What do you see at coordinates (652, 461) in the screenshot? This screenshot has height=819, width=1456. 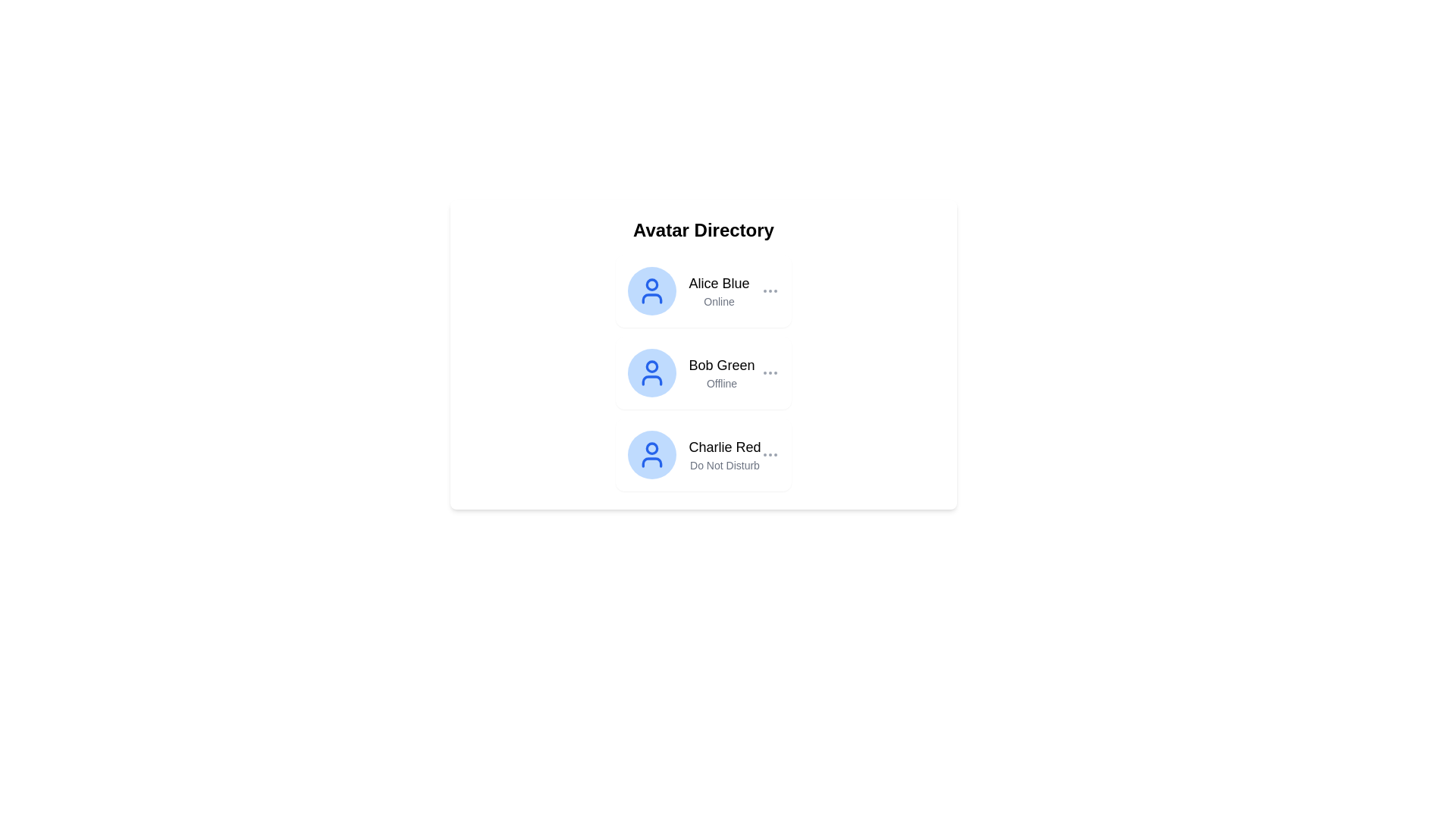 I see `the semi-oval or arch-shaped graphical component located at the bottom part of the user icon representing an avatar in the Avatar Directory list` at bounding box center [652, 461].